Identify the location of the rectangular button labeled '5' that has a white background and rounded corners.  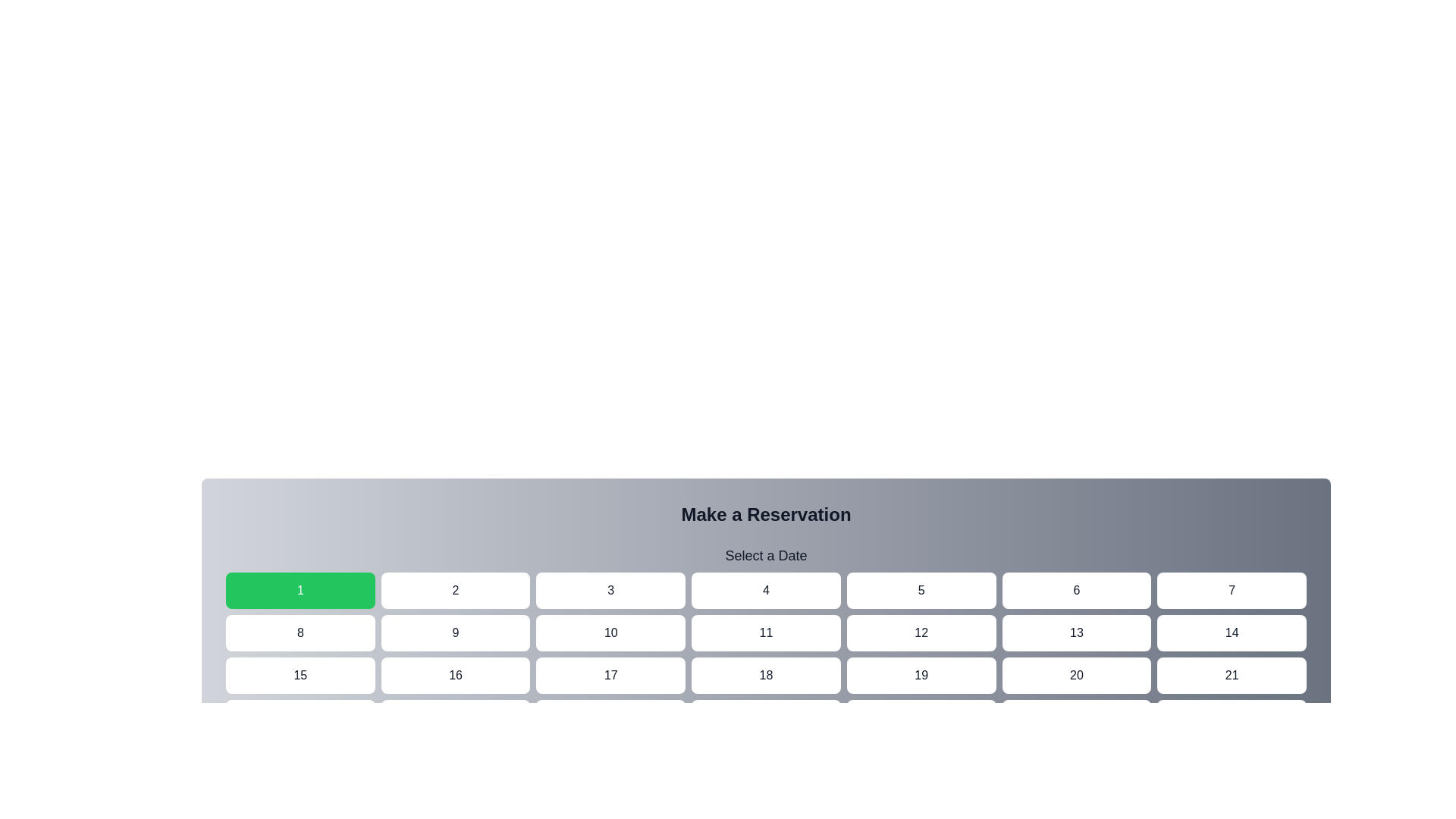
(921, 590).